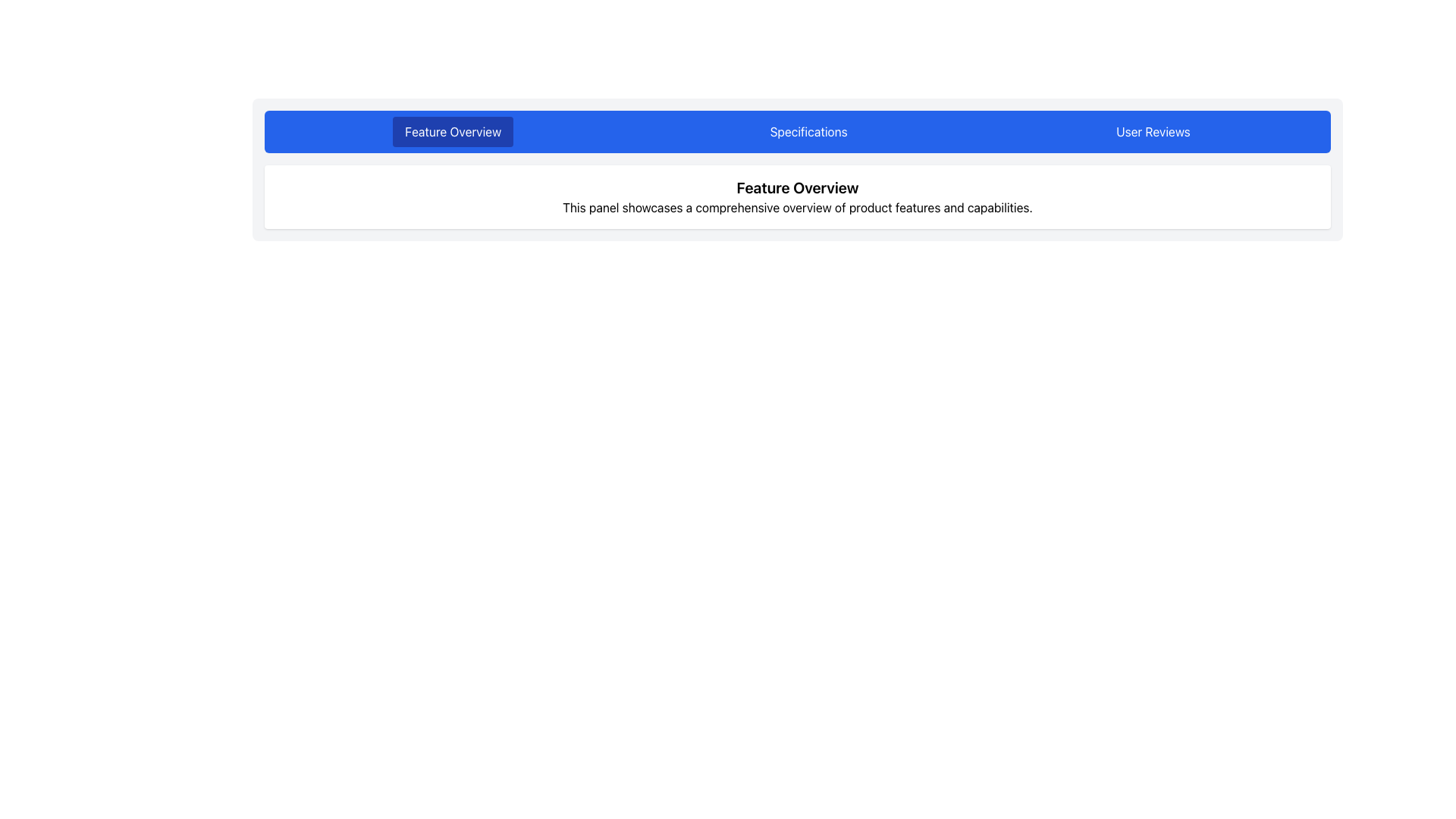 Image resolution: width=1456 pixels, height=819 pixels. I want to click on the 'Specifications' button, which is the second of three horizontally aligned buttons in the top section of the main content area, so click(808, 130).